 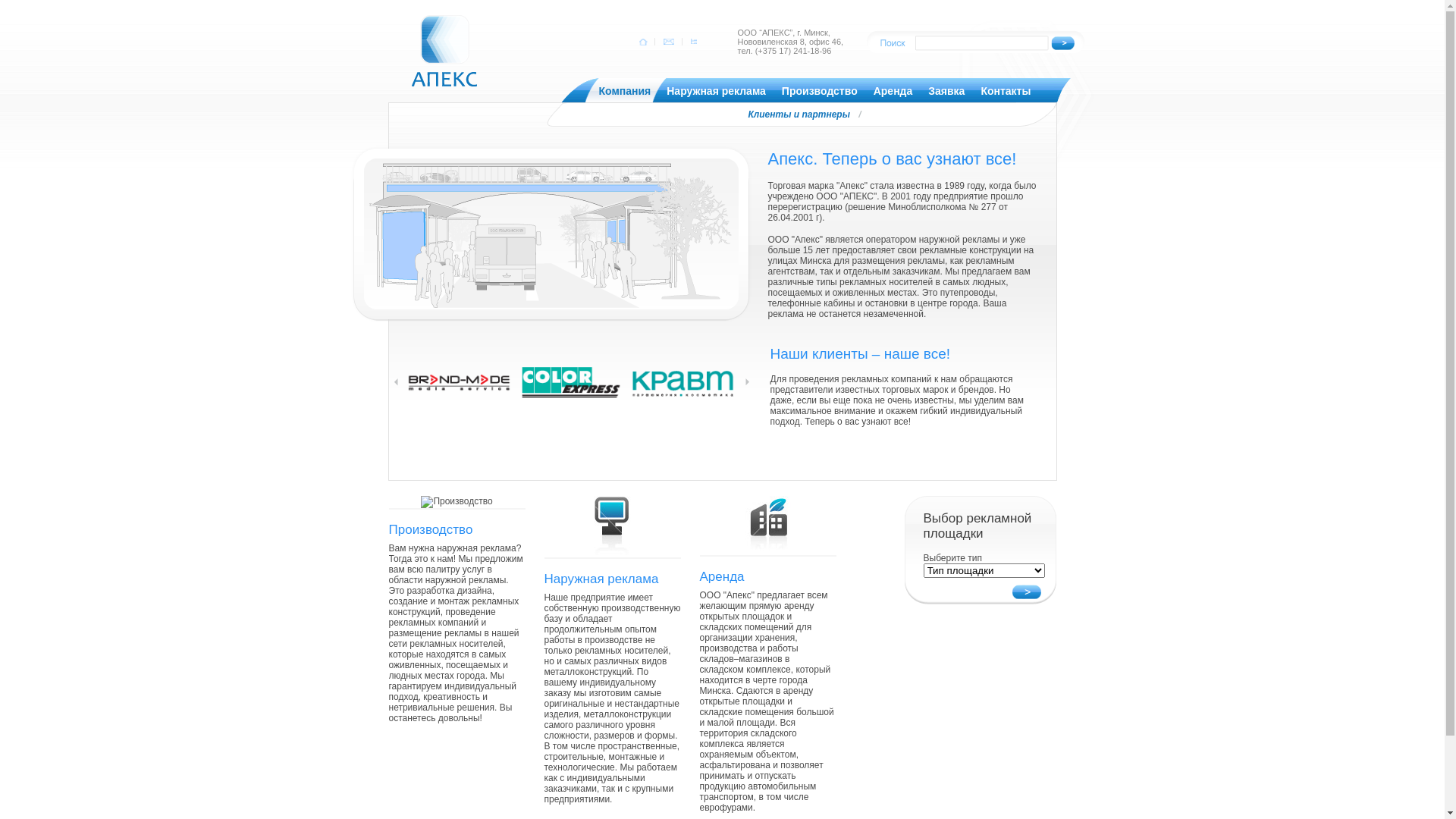 What do you see at coordinates (662, 40) in the screenshot?
I see `' '` at bounding box center [662, 40].